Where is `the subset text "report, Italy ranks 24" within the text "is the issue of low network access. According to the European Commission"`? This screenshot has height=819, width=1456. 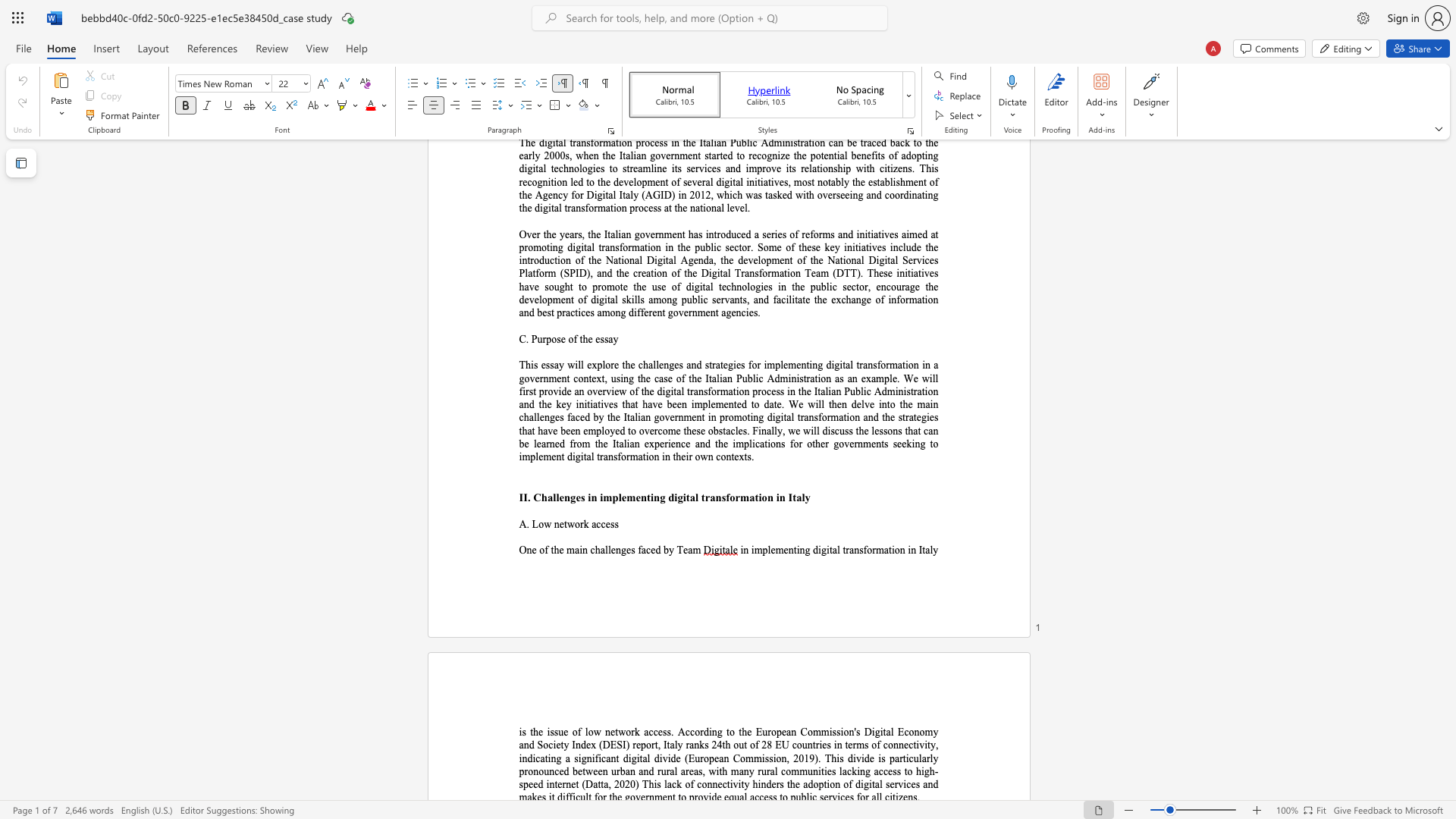 the subset text "report, Italy ranks 24" within the text "is the issue of low network access. According to the European Commission" is located at coordinates (632, 744).